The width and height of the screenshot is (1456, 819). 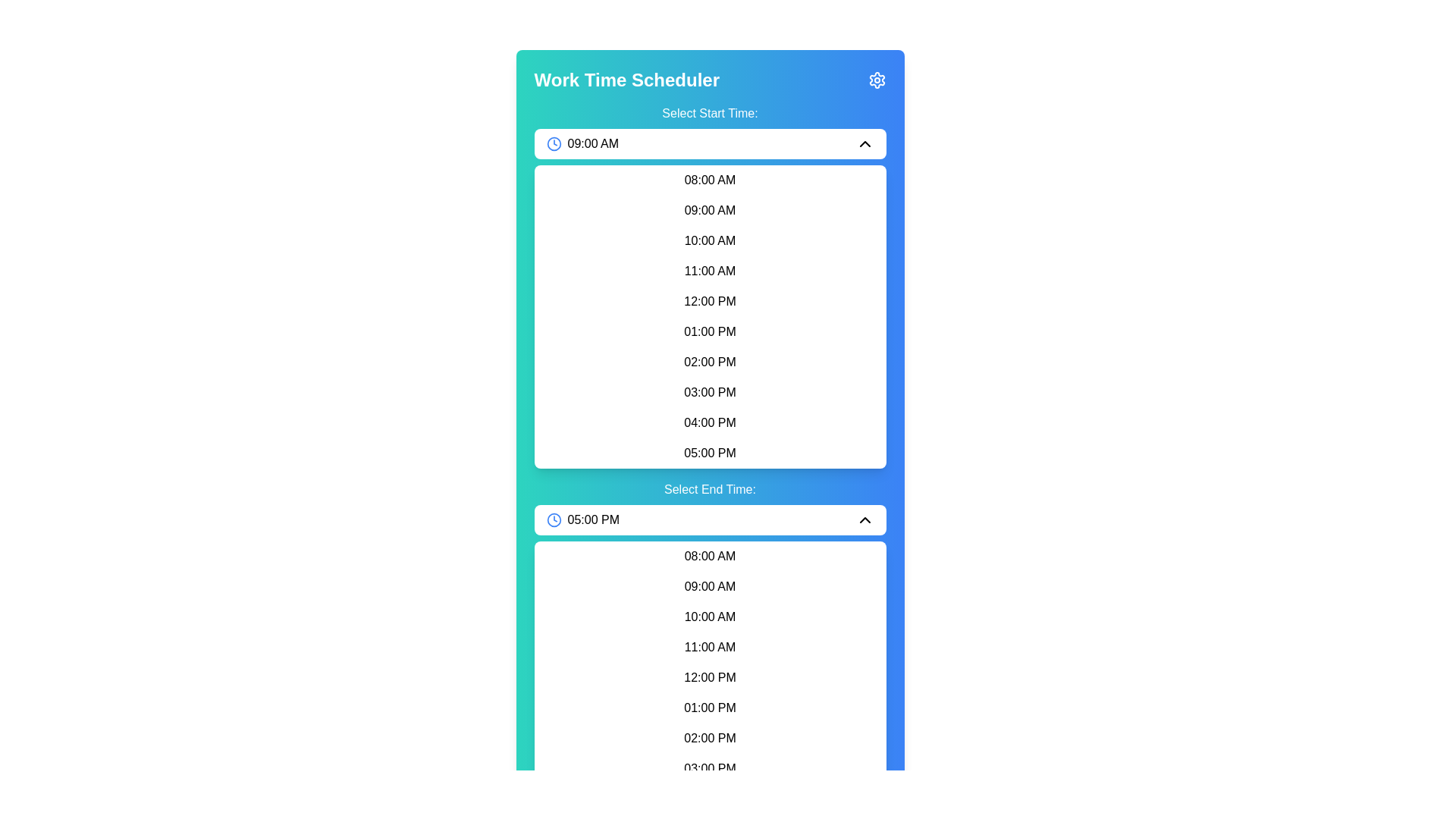 What do you see at coordinates (864, 519) in the screenshot?
I see `the icon located in the bottom section of the interface to the right of '05:00 PM'` at bounding box center [864, 519].